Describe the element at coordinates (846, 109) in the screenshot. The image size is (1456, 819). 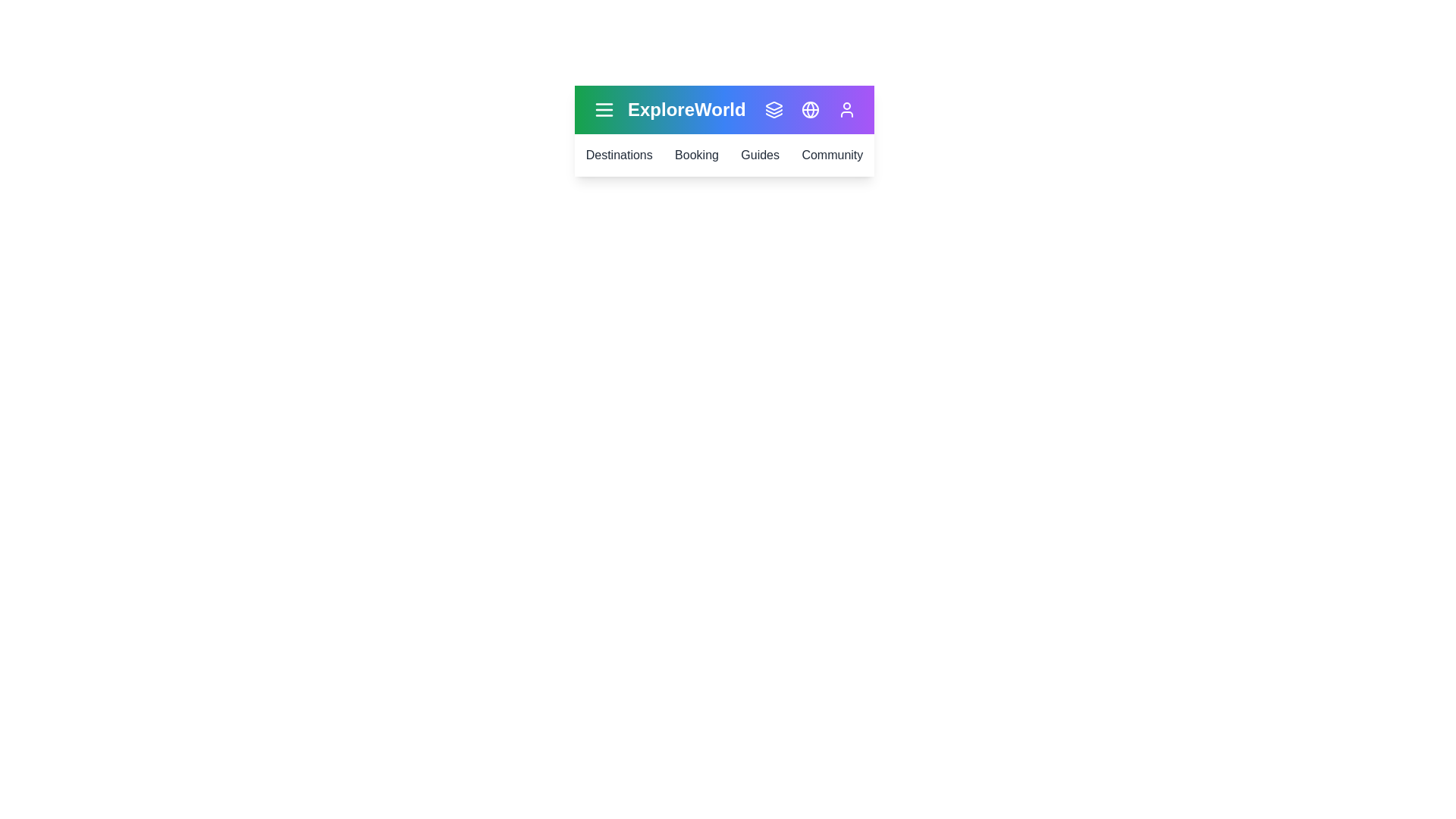
I see `the User icon in the top right corner of the TravelAppBar` at that location.